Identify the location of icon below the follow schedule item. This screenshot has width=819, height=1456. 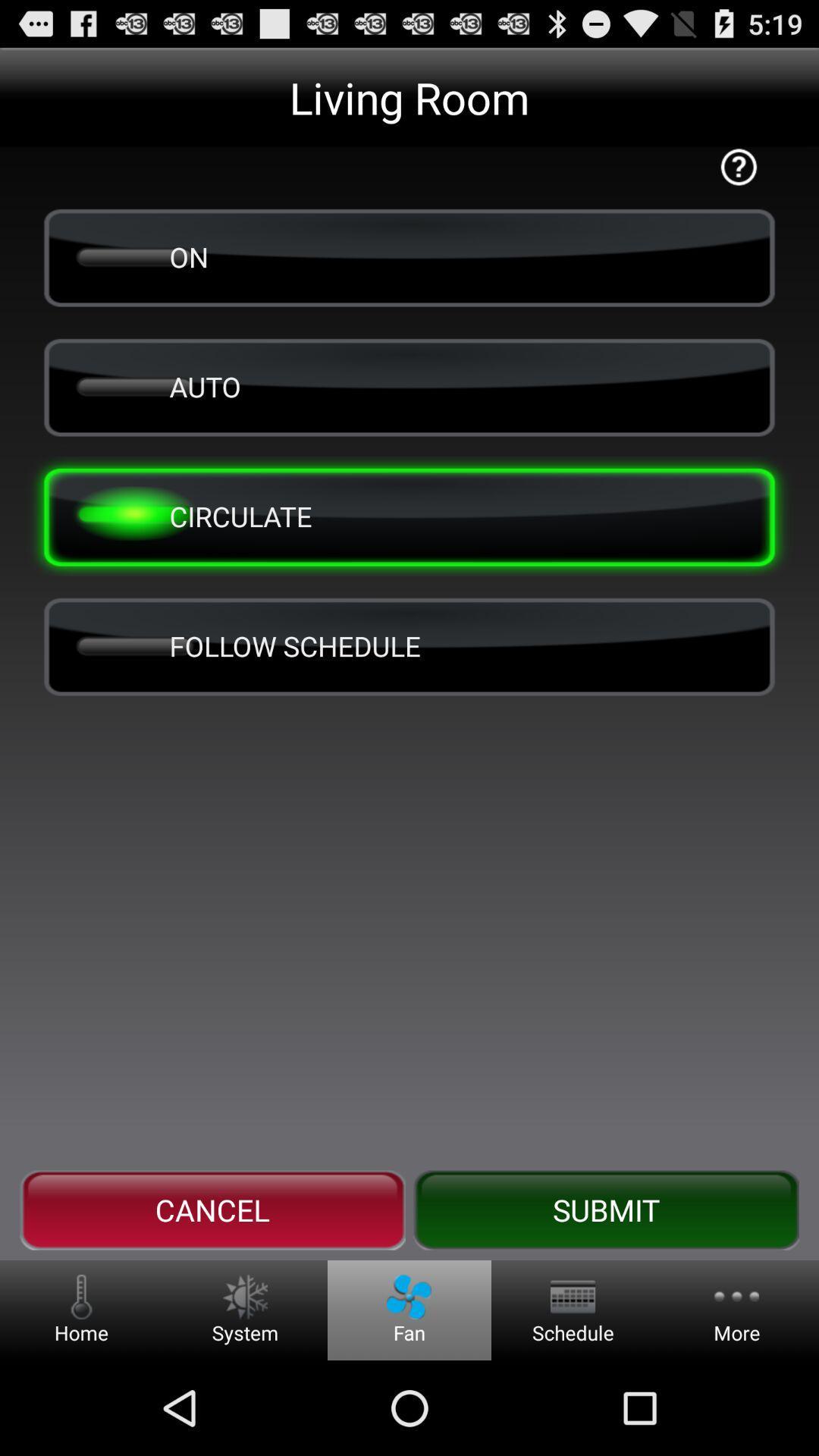
(212, 1210).